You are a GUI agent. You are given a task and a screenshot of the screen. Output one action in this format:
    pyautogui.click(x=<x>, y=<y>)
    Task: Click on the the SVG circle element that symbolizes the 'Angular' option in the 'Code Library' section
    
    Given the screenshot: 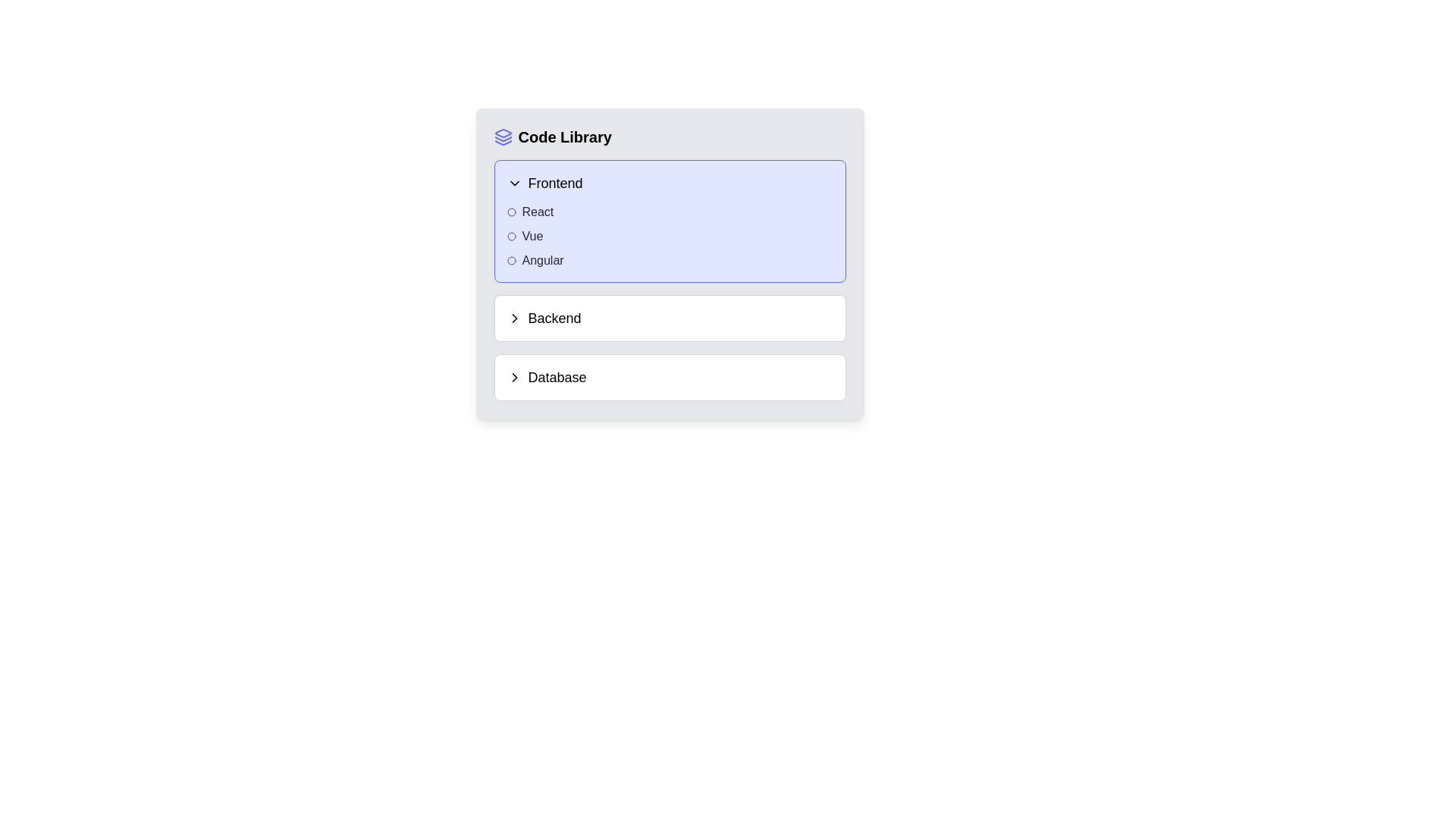 What is the action you would take?
    pyautogui.click(x=511, y=259)
    